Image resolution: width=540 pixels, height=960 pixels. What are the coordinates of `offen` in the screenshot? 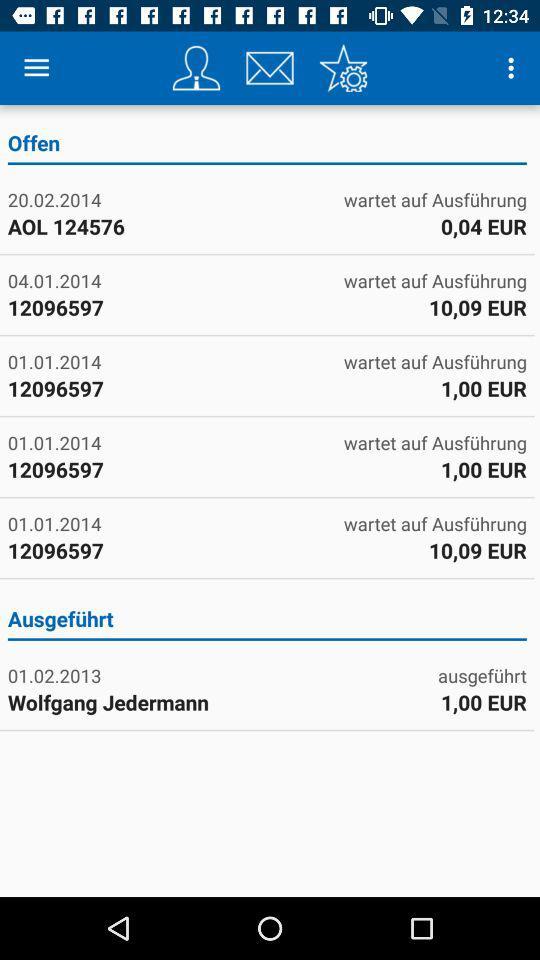 It's located at (267, 145).